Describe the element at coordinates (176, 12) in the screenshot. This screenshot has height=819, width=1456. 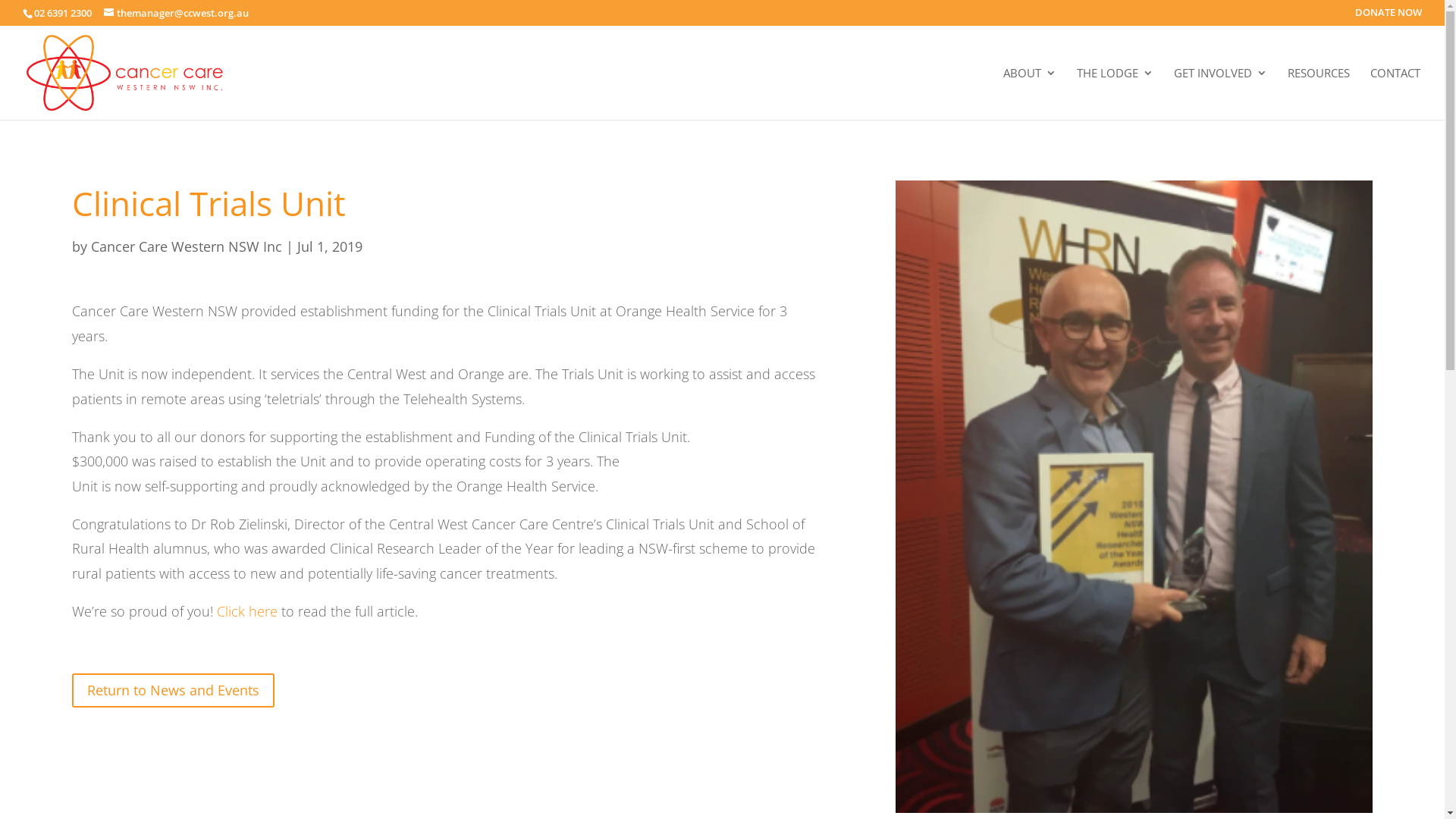
I see `'themanager@ccwest.org.au'` at that location.